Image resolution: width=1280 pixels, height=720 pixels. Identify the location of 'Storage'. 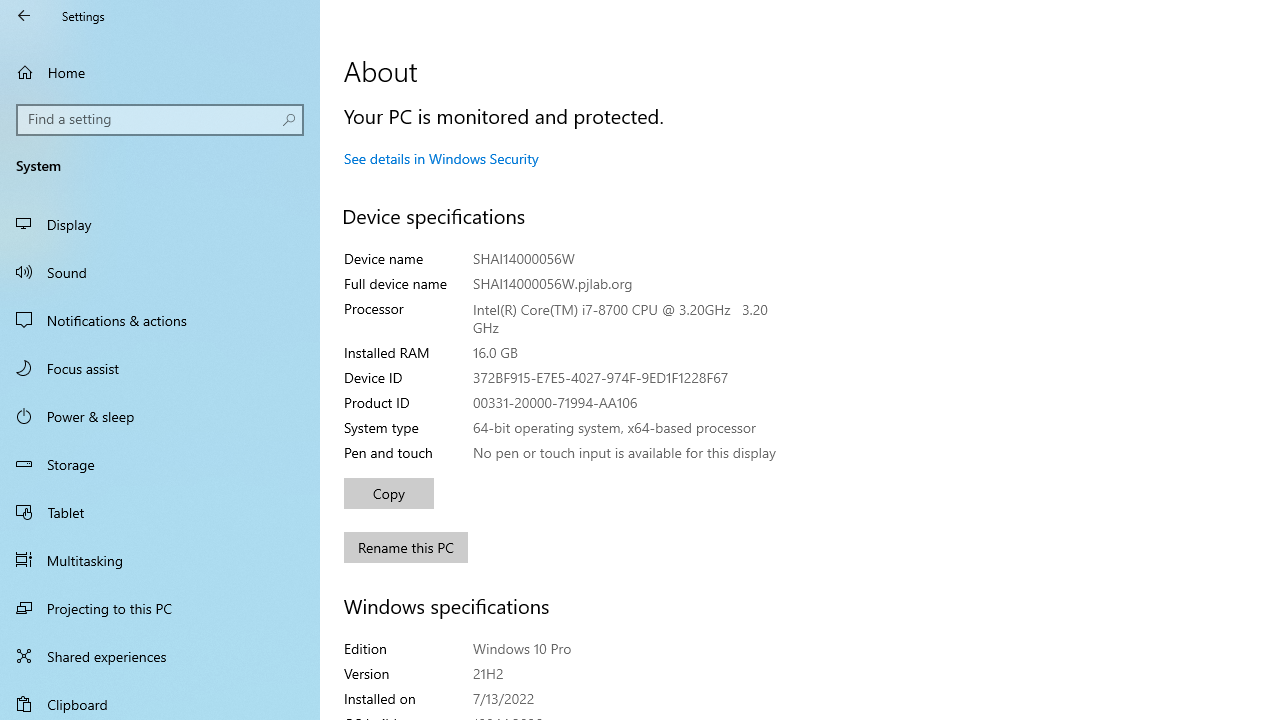
(160, 464).